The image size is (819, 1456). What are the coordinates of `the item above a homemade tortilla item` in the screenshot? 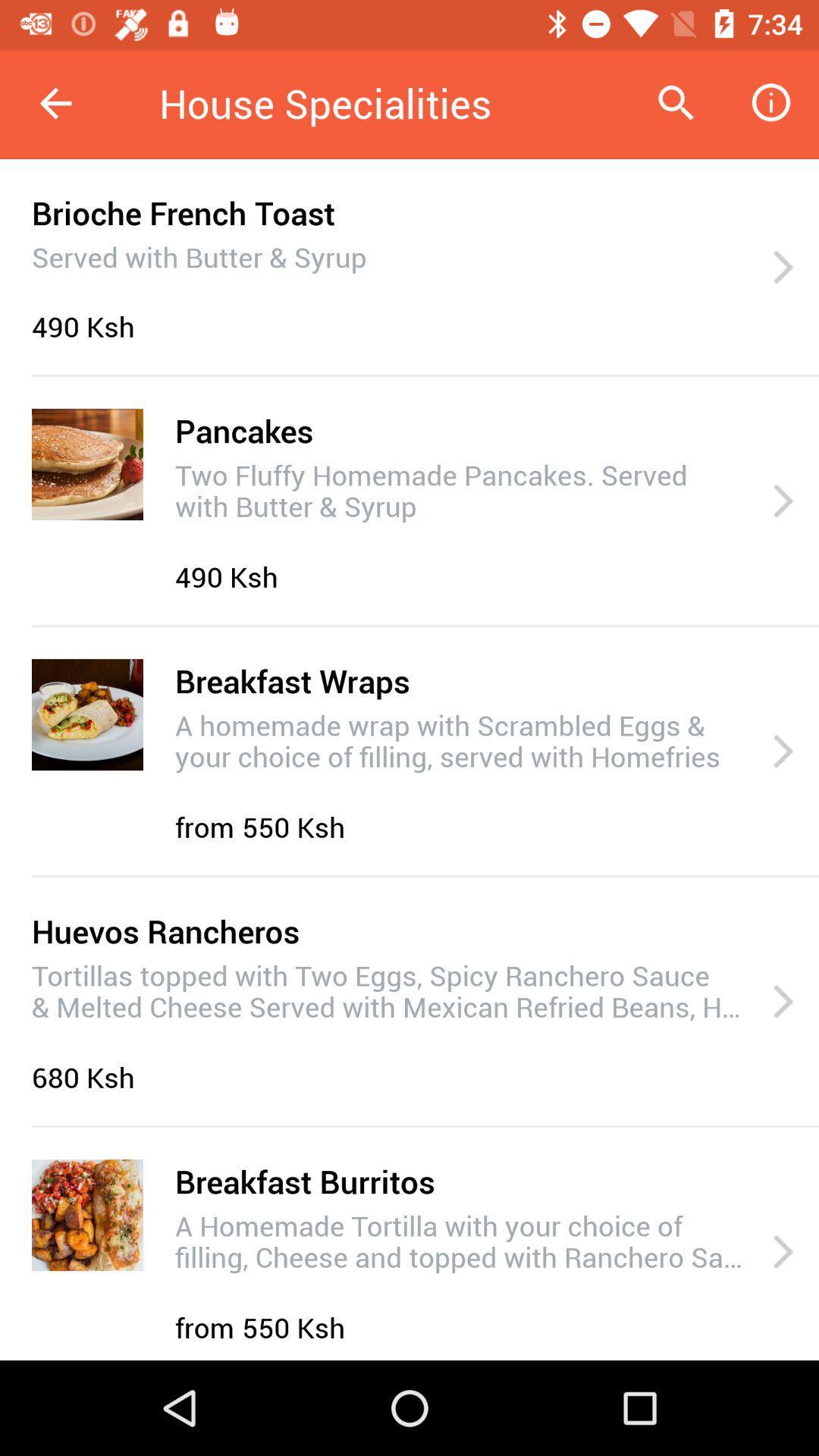 It's located at (305, 1180).